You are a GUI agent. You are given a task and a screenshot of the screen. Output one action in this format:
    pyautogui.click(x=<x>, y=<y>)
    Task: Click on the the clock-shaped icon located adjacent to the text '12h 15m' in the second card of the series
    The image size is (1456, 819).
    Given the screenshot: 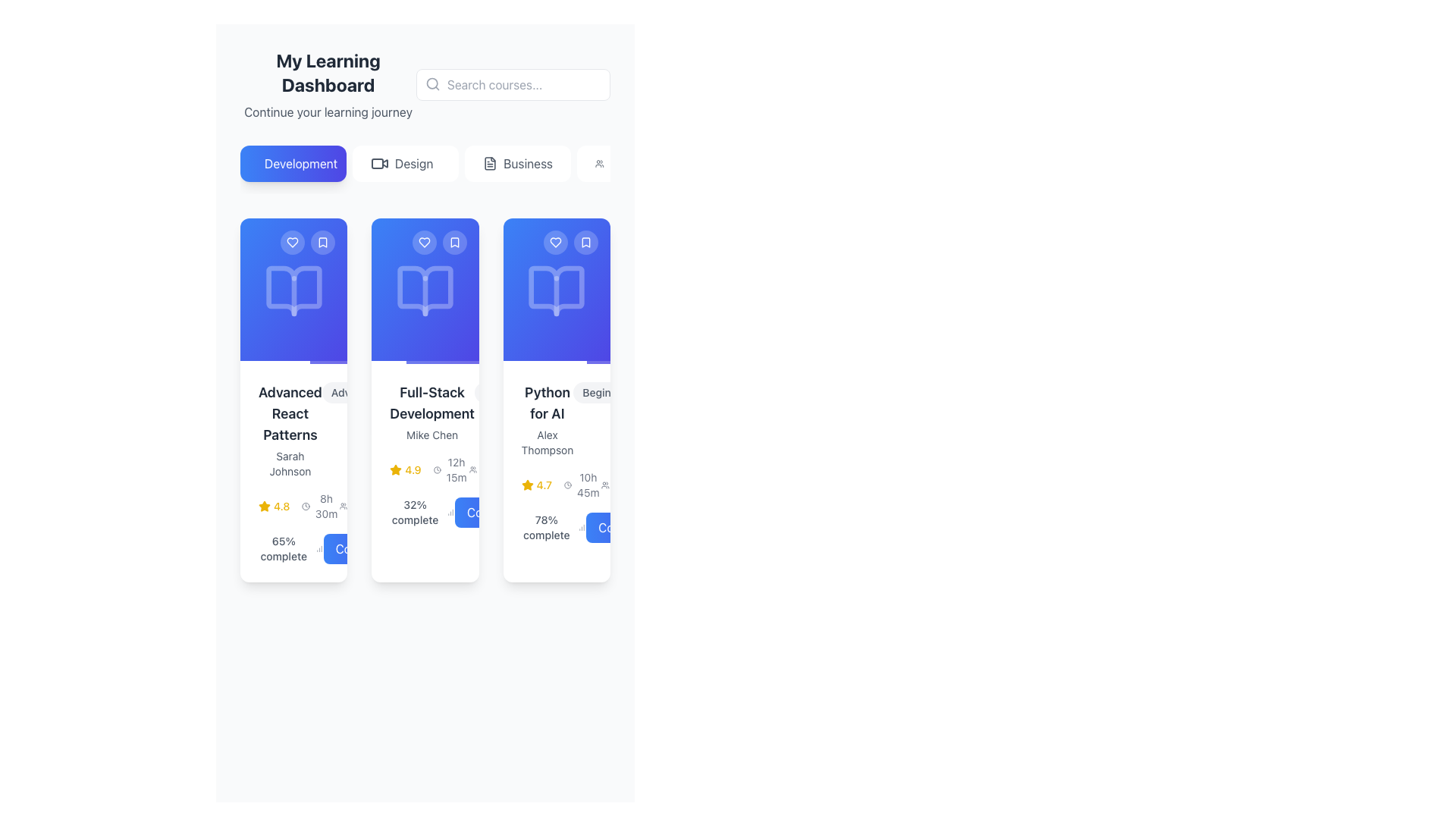 What is the action you would take?
    pyautogui.click(x=436, y=469)
    